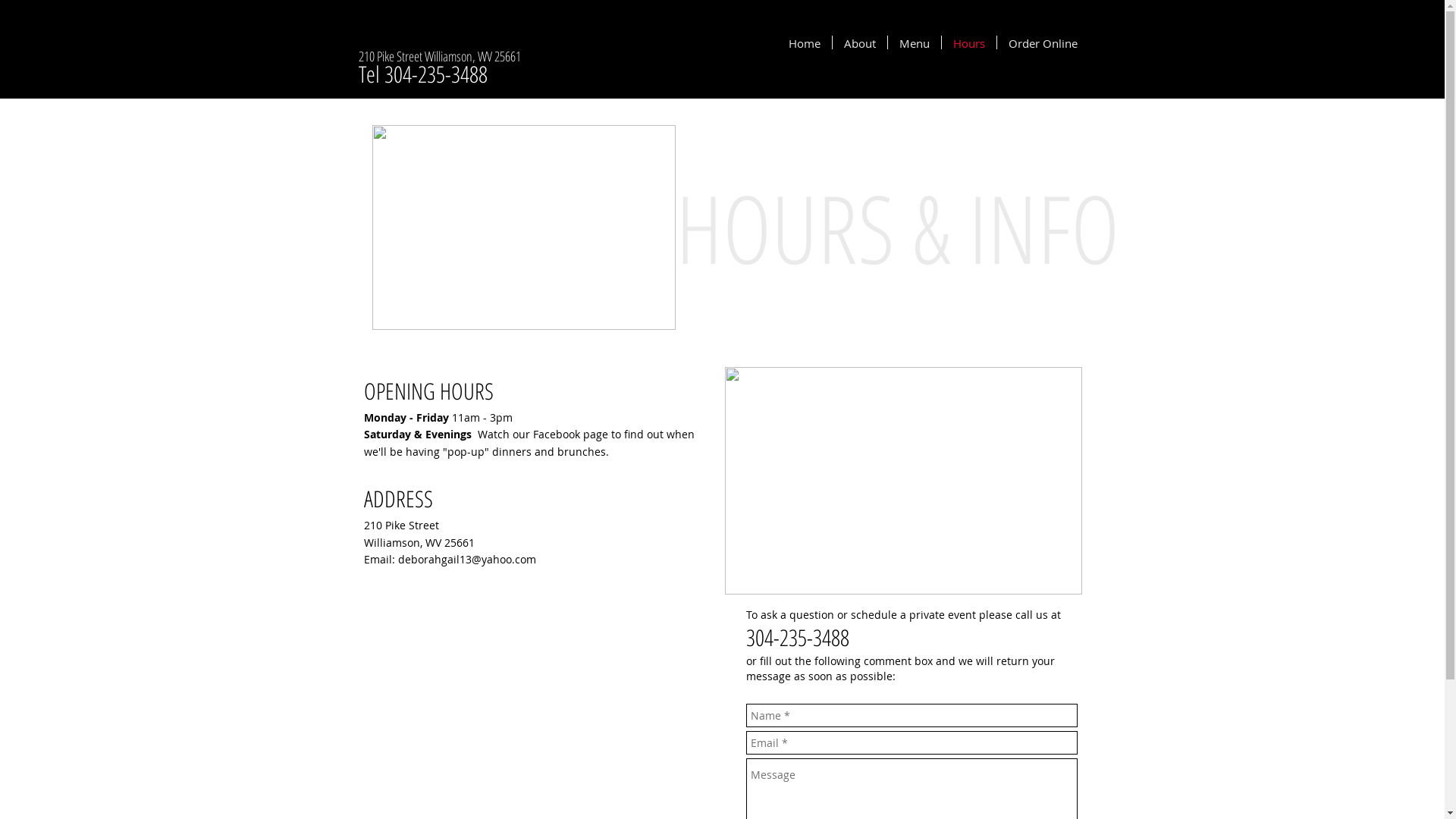 The width and height of the screenshot is (1456, 819). I want to click on 'Tel 304-235-3488', so click(356, 74).